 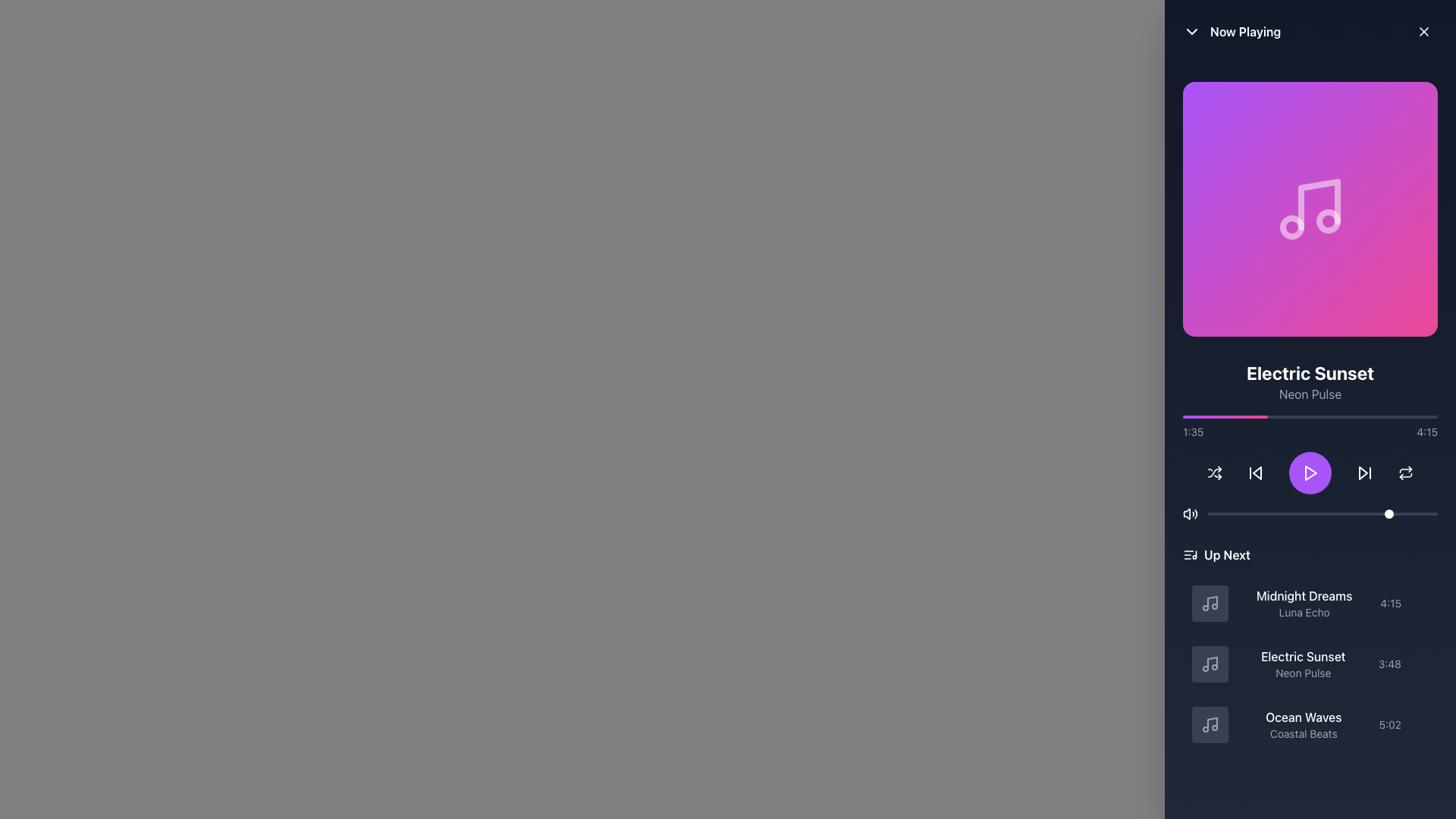 I want to click on the 'Ocean Waves' text element, which serves as a label in the 'Up Next' section of the right side panel, preceding 'Coastal Beats', so click(x=1303, y=717).